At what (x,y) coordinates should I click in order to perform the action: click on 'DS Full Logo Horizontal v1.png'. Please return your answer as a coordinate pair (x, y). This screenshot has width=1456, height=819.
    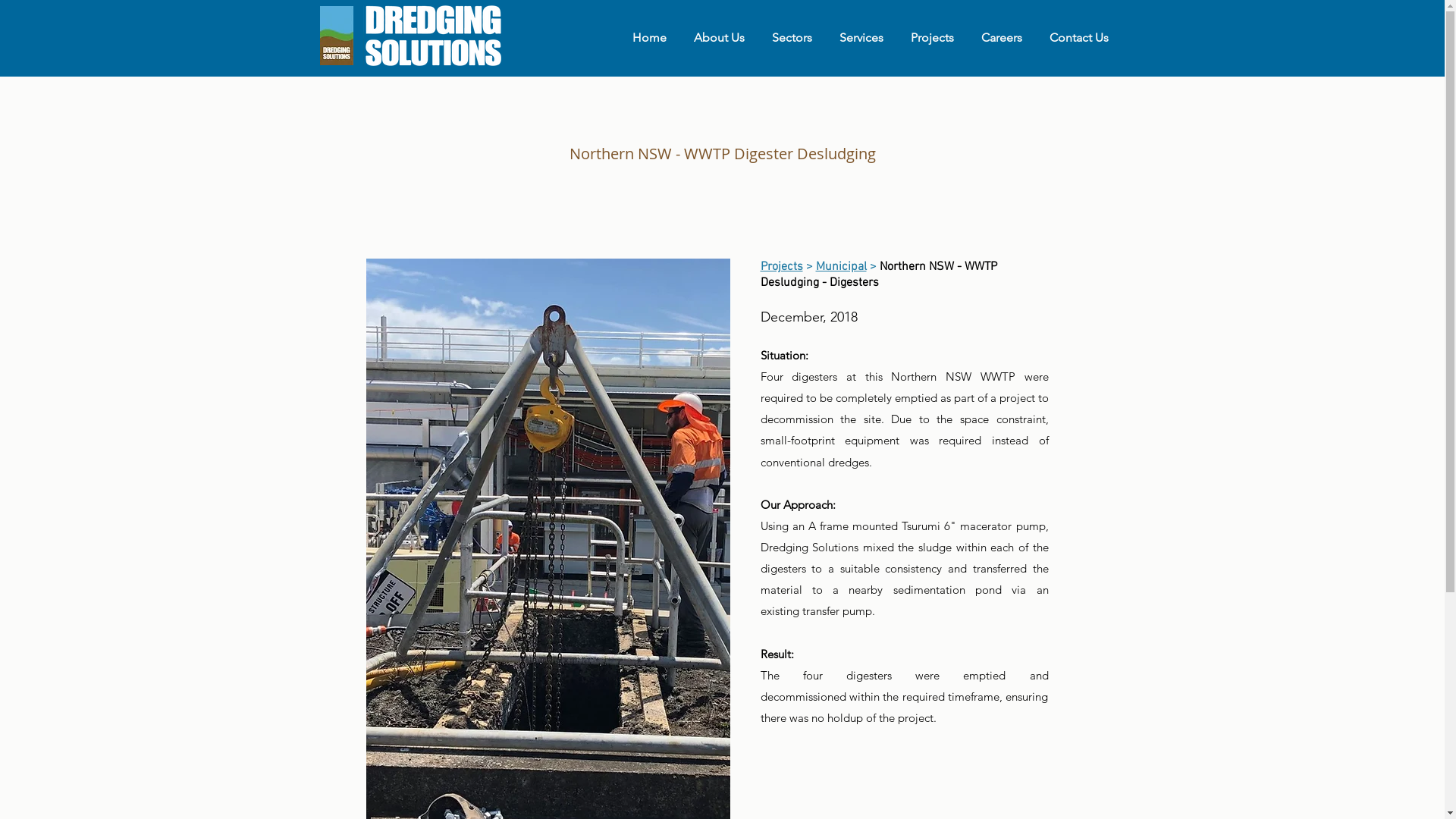
    Looking at the image, I should click on (431, 34).